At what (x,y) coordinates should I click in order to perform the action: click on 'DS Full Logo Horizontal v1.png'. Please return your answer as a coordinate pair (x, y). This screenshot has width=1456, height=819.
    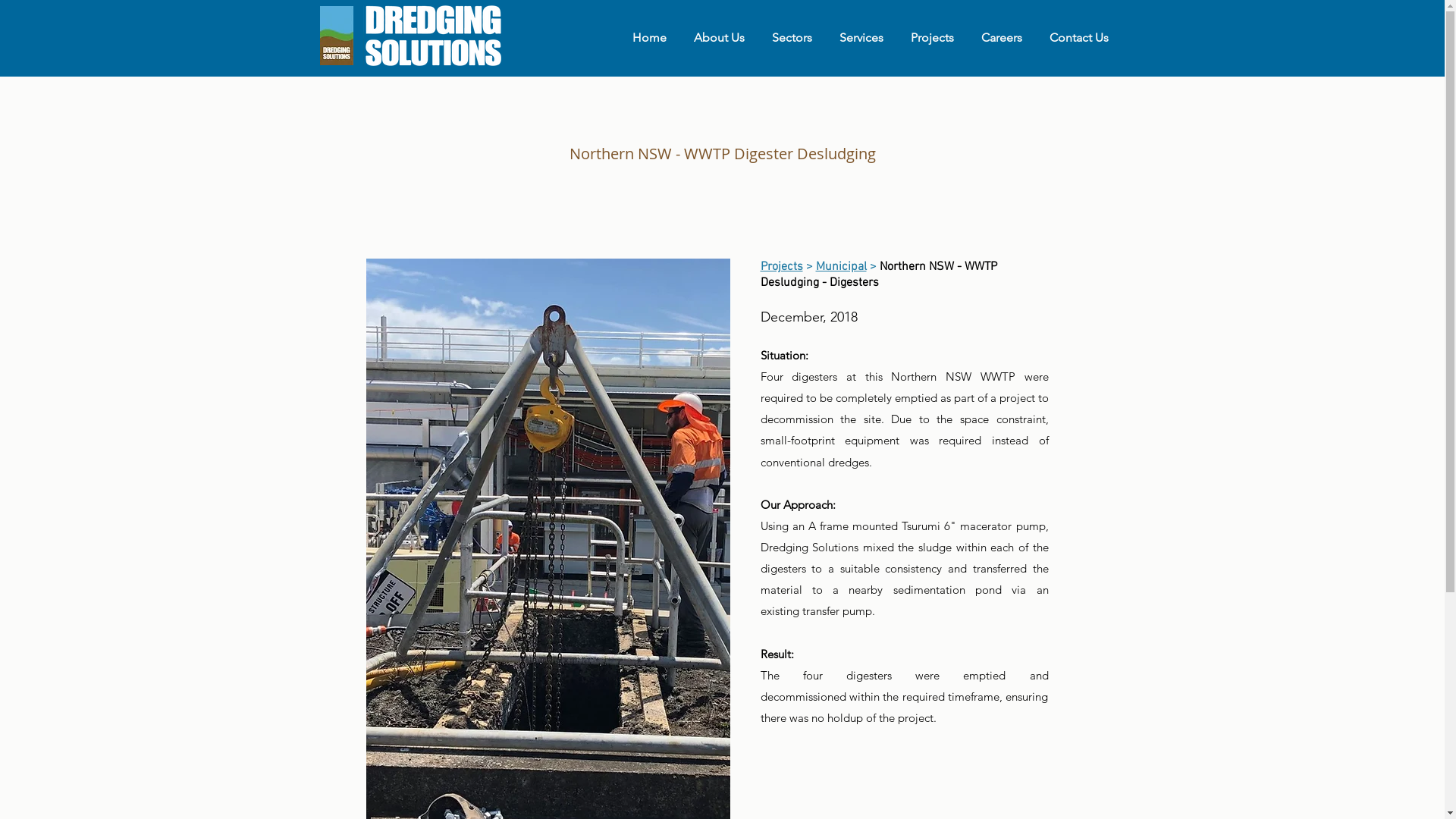
    Looking at the image, I should click on (431, 34).